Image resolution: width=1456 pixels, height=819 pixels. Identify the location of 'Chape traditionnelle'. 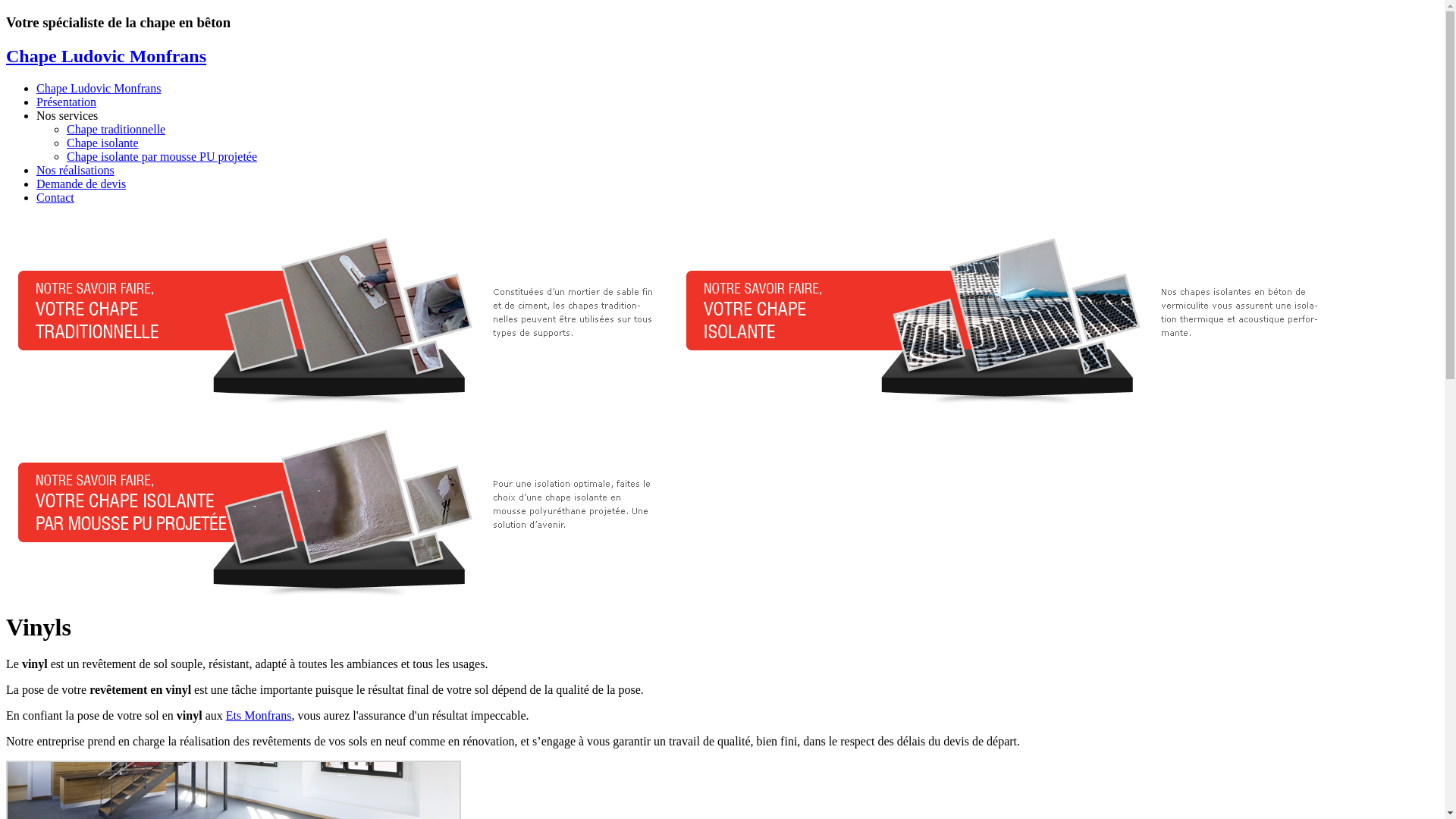
(115, 128).